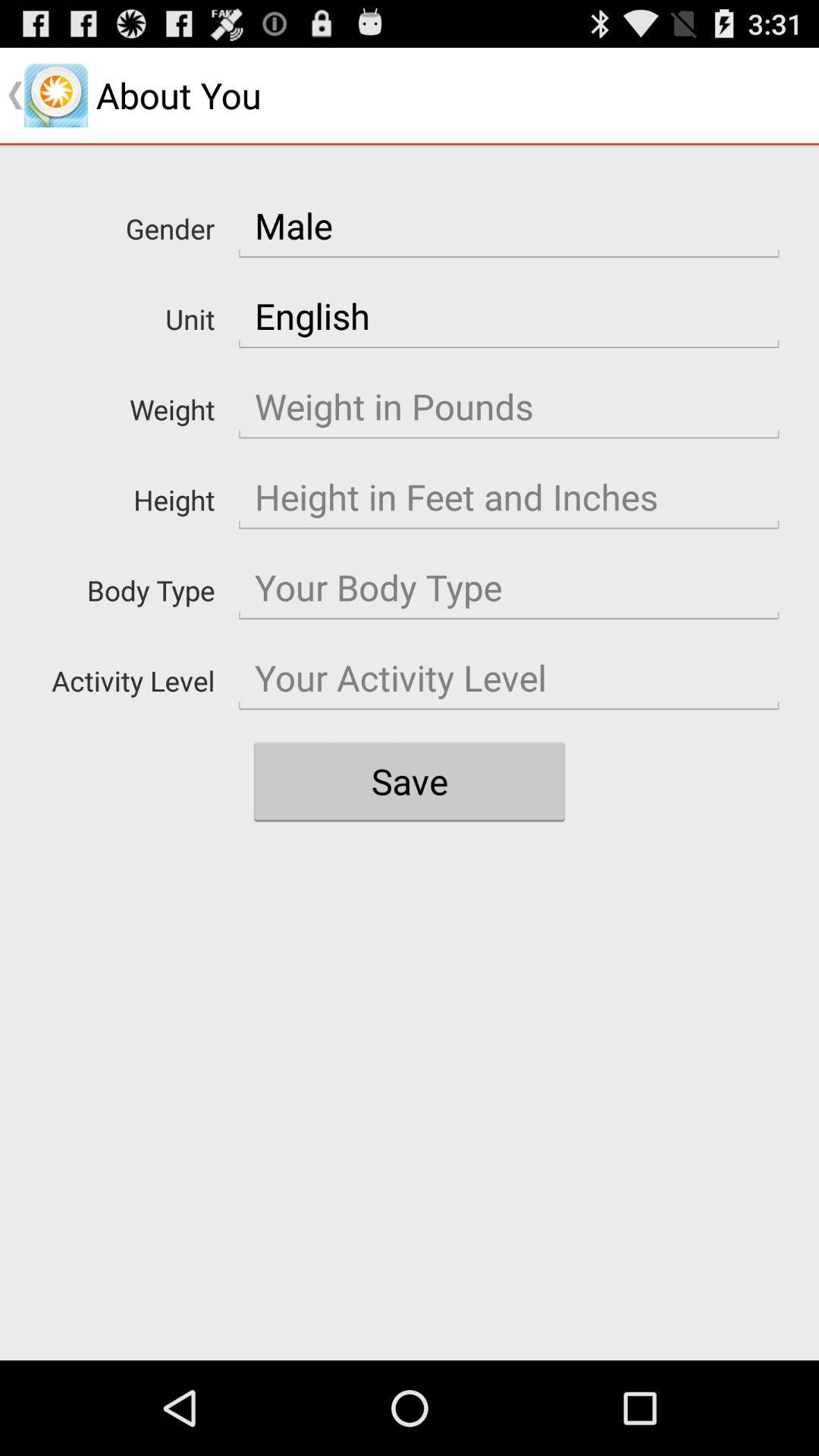 This screenshot has height=1456, width=819. Describe the element at coordinates (509, 497) in the screenshot. I see `height` at that location.